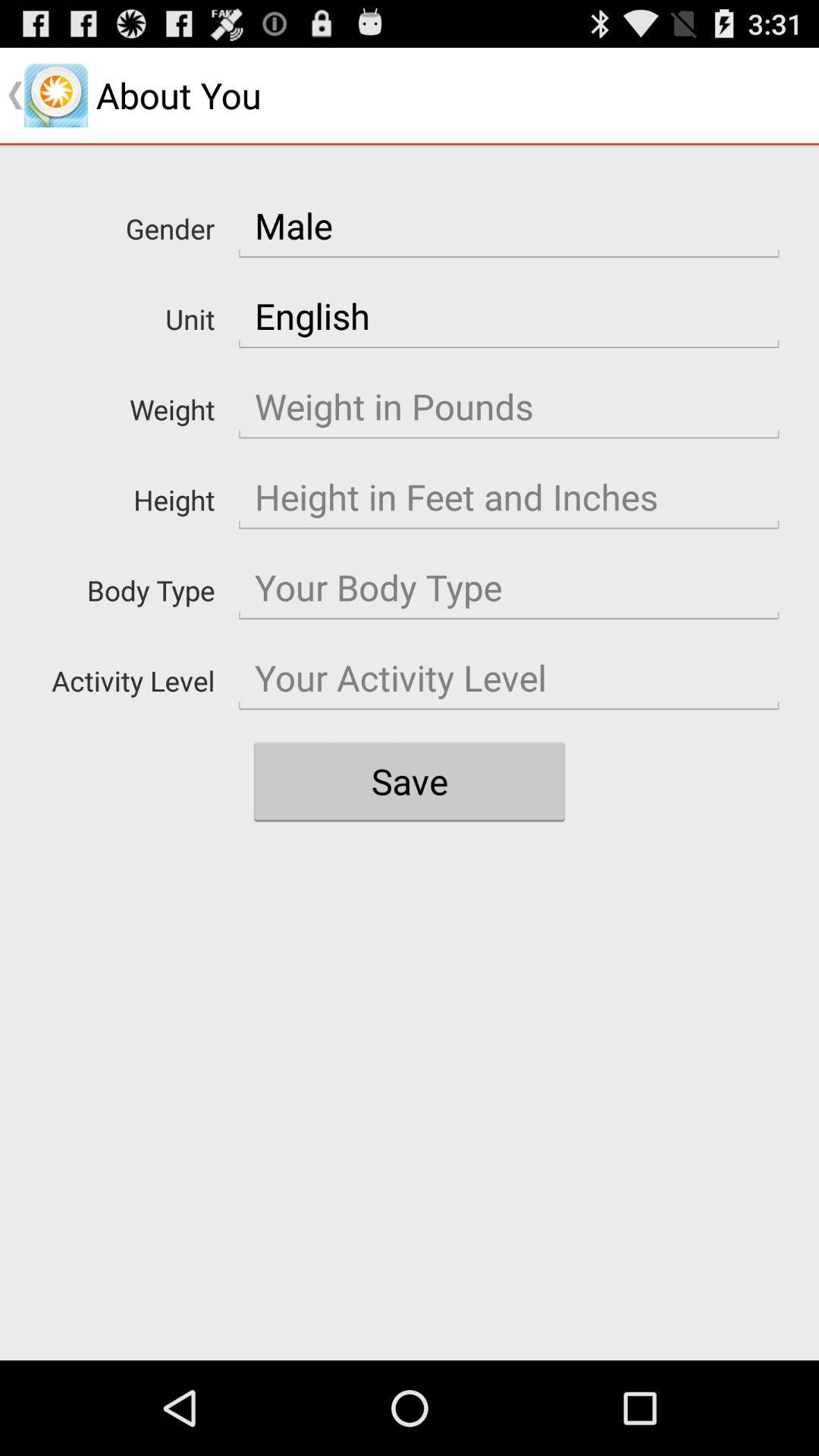 This screenshot has height=1456, width=819. Describe the element at coordinates (509, 497) in the screenshot. I see `height` at that location.